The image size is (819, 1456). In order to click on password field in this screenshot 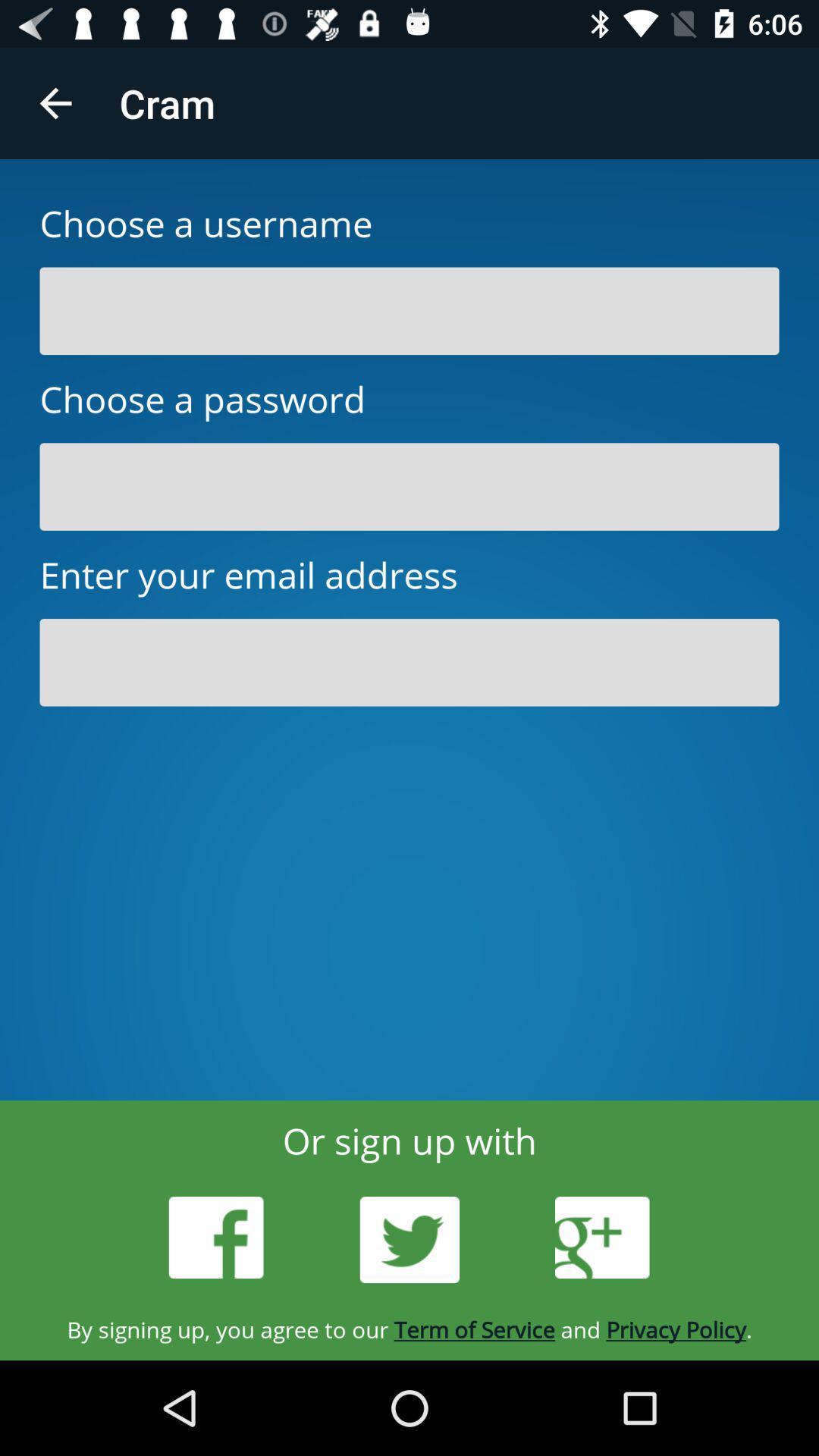, I will do `click(409, 487)`.